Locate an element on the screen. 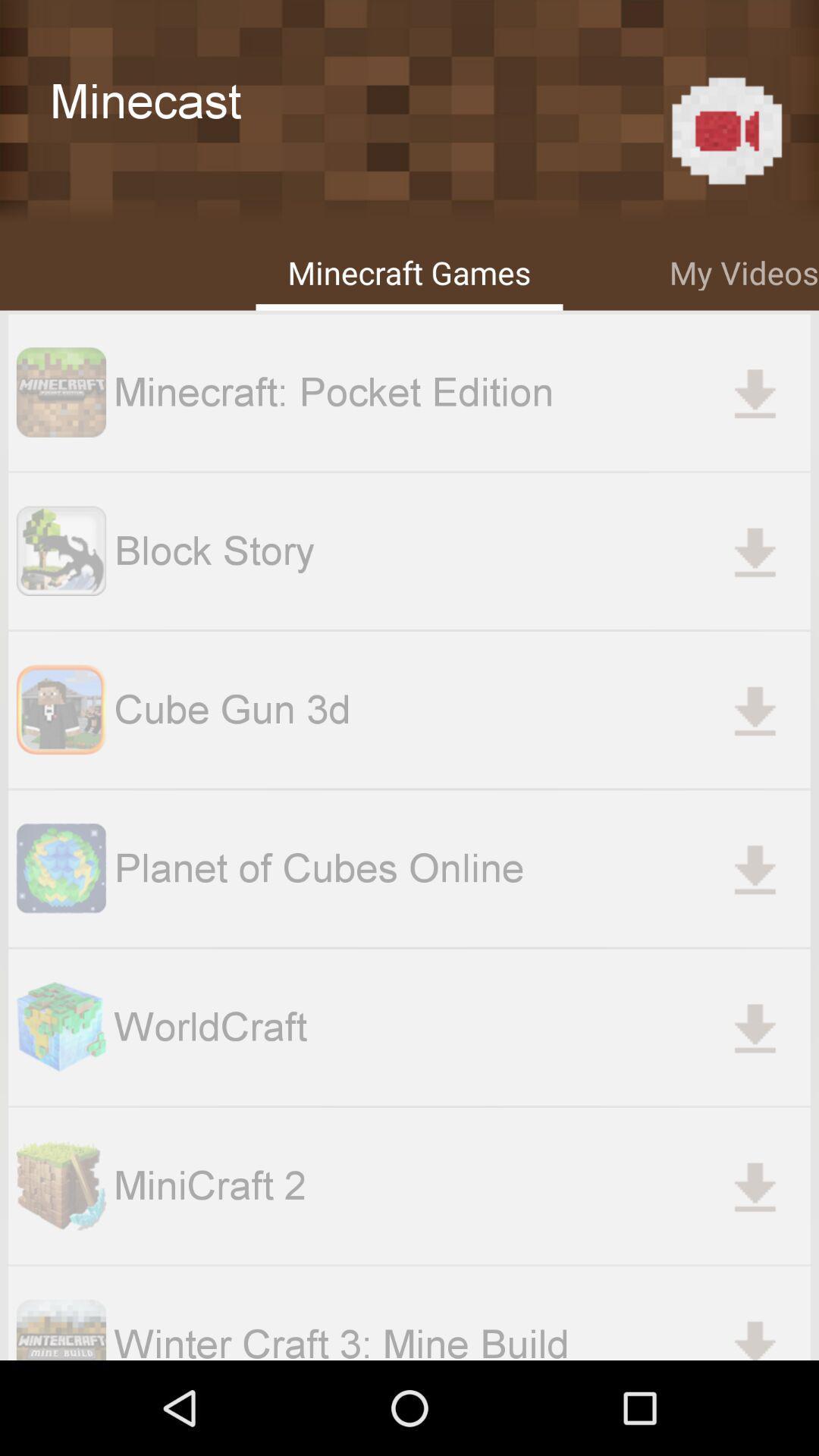 This screenshot has height=1456, width=819. the cube gun 3d item is located at coordinates (461, 709).